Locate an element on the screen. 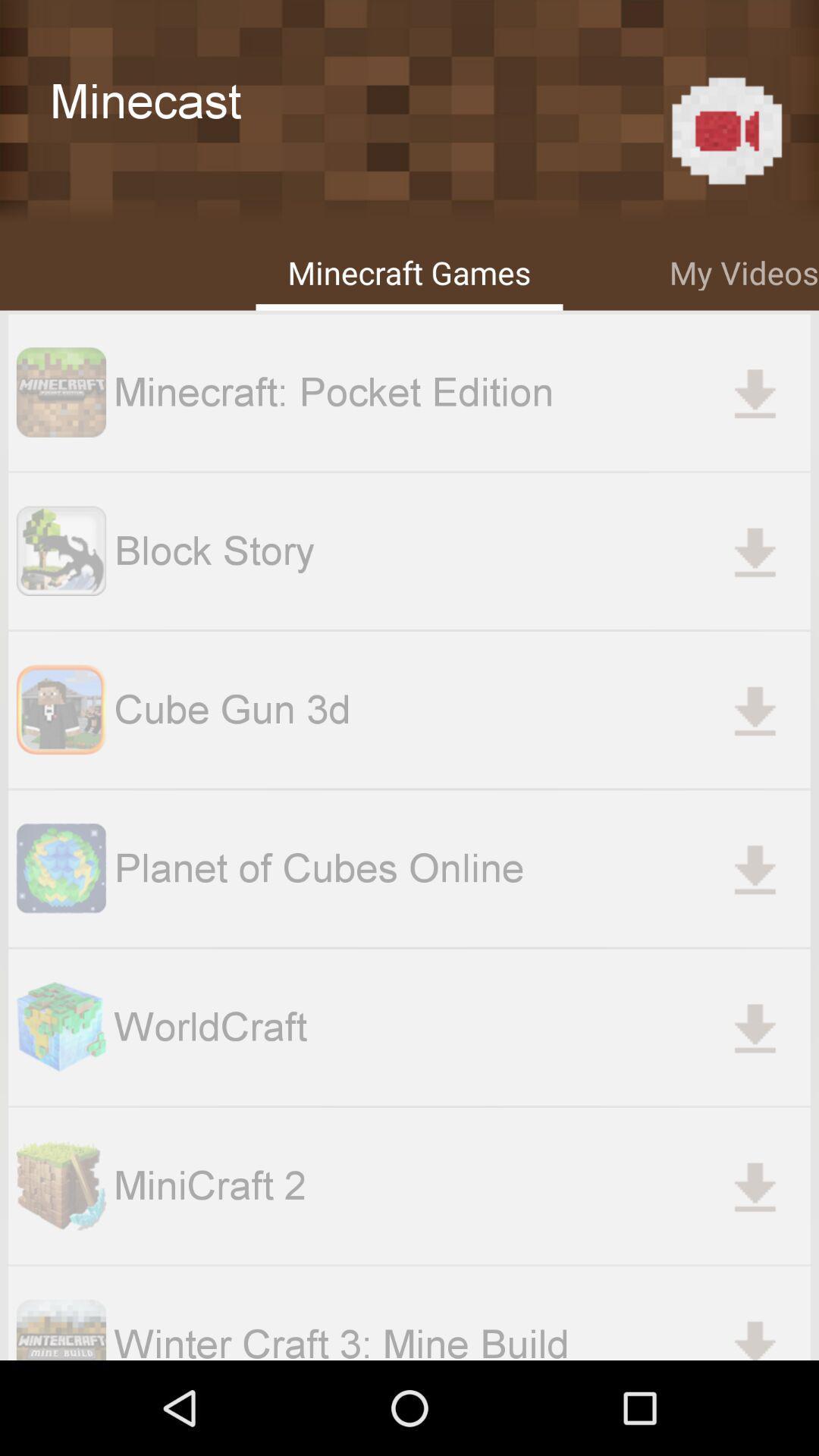 This screenshot has height=1456, width=819. the cube gun 3d item is located at coordinates (461, 709).